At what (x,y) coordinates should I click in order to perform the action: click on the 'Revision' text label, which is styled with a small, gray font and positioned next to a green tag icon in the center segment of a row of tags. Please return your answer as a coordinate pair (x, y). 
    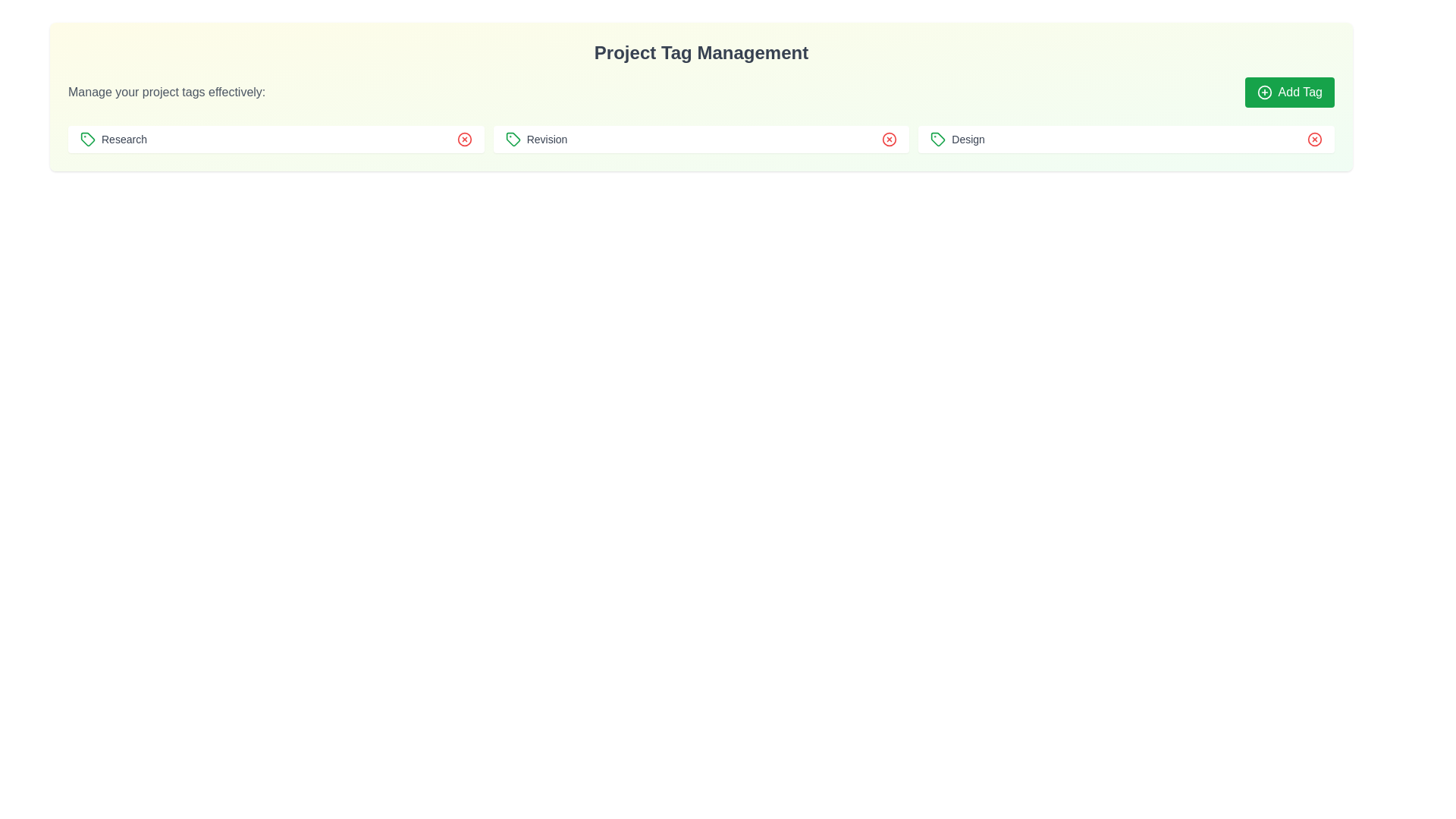
    Looking at the image, I should click on (546, 140).